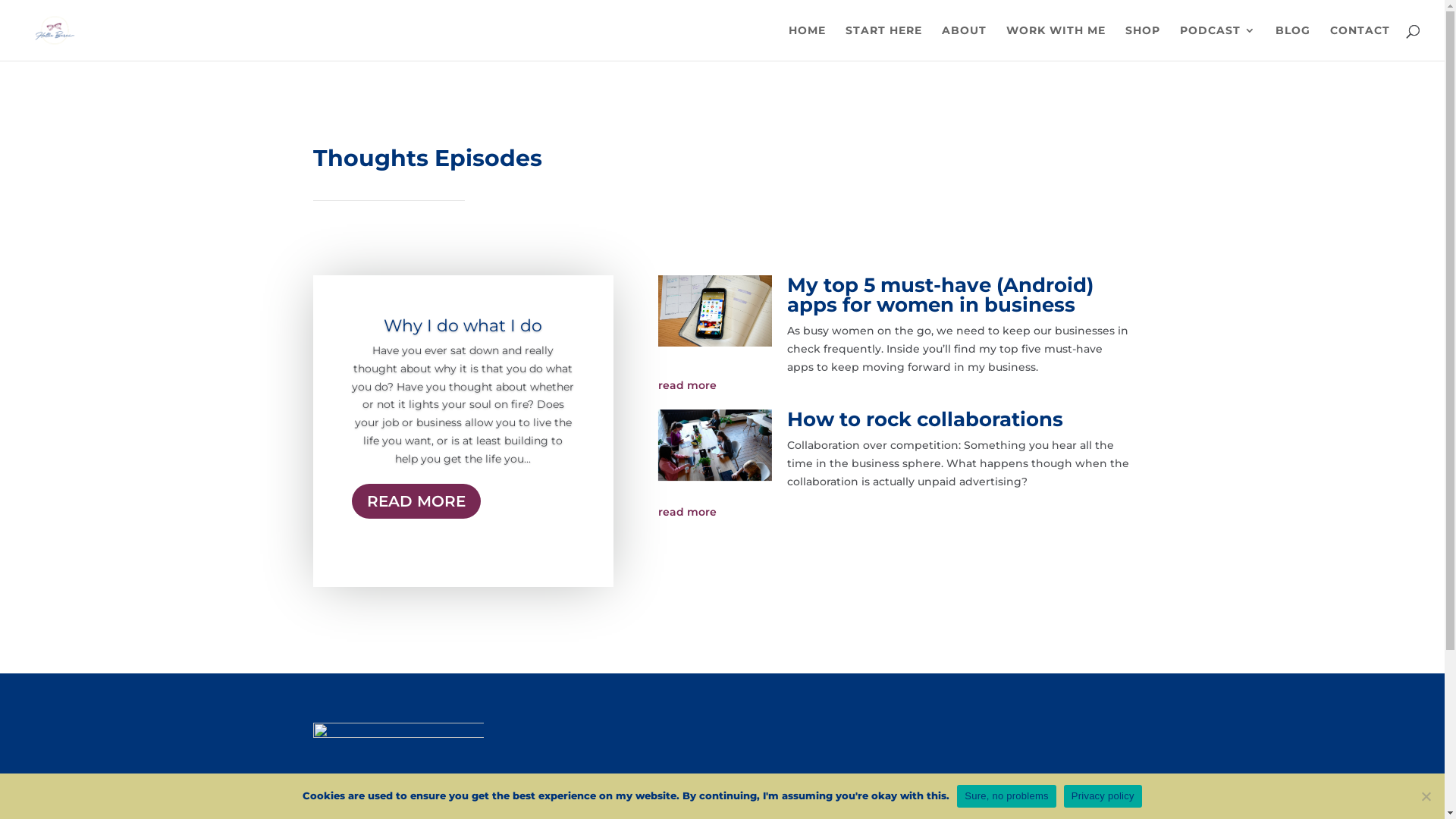 This screenshot has width=1456, height=819. Describe the element at coordinates (1218, 42) in the screenshot. I see `'PODCAST'` at that location.